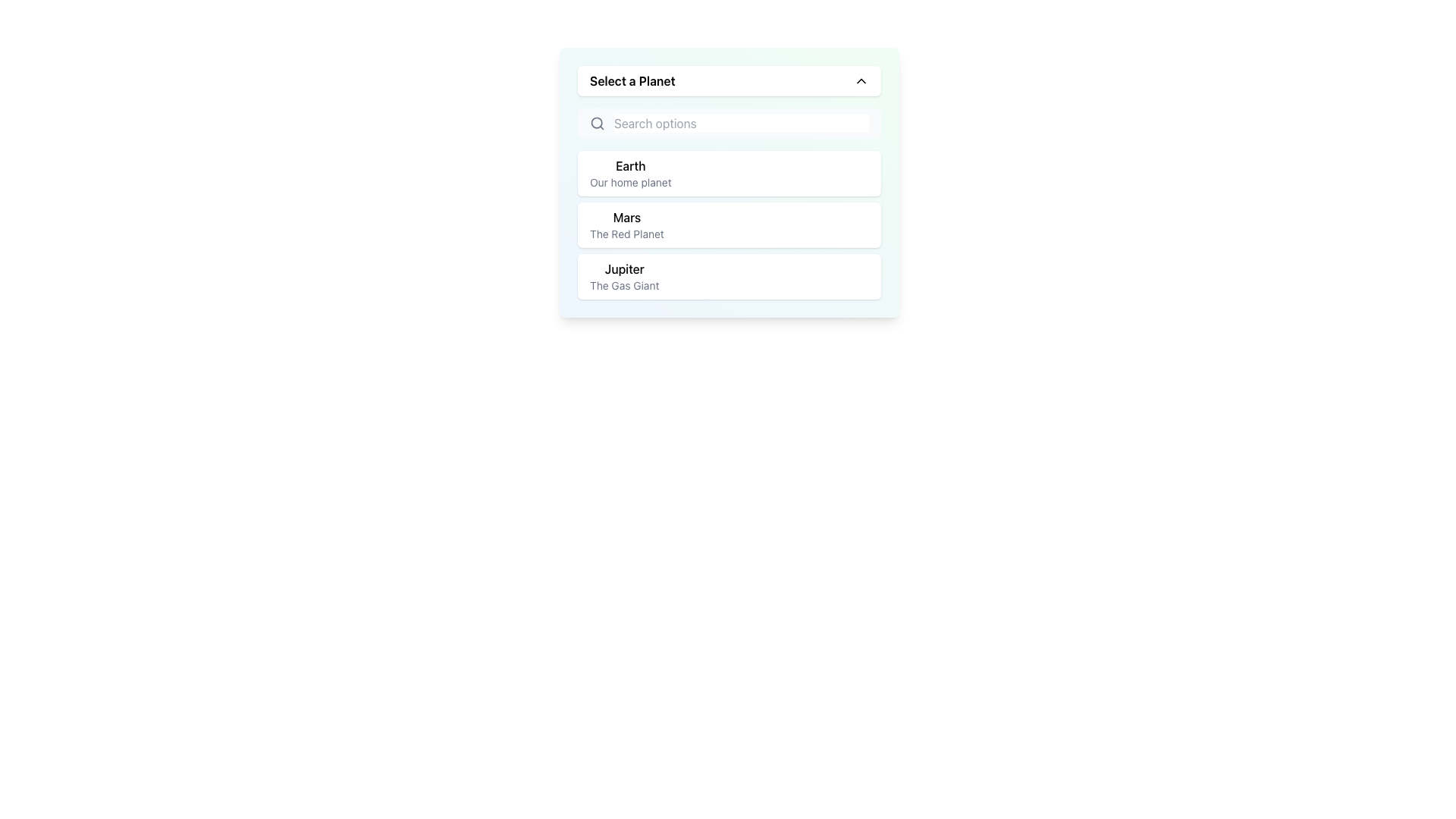 This screenshot has height=819, width=1456. I want to click on the selection option block representing the planet Mars, which is the second item in a vertical list of planet options, so click(729, 225).